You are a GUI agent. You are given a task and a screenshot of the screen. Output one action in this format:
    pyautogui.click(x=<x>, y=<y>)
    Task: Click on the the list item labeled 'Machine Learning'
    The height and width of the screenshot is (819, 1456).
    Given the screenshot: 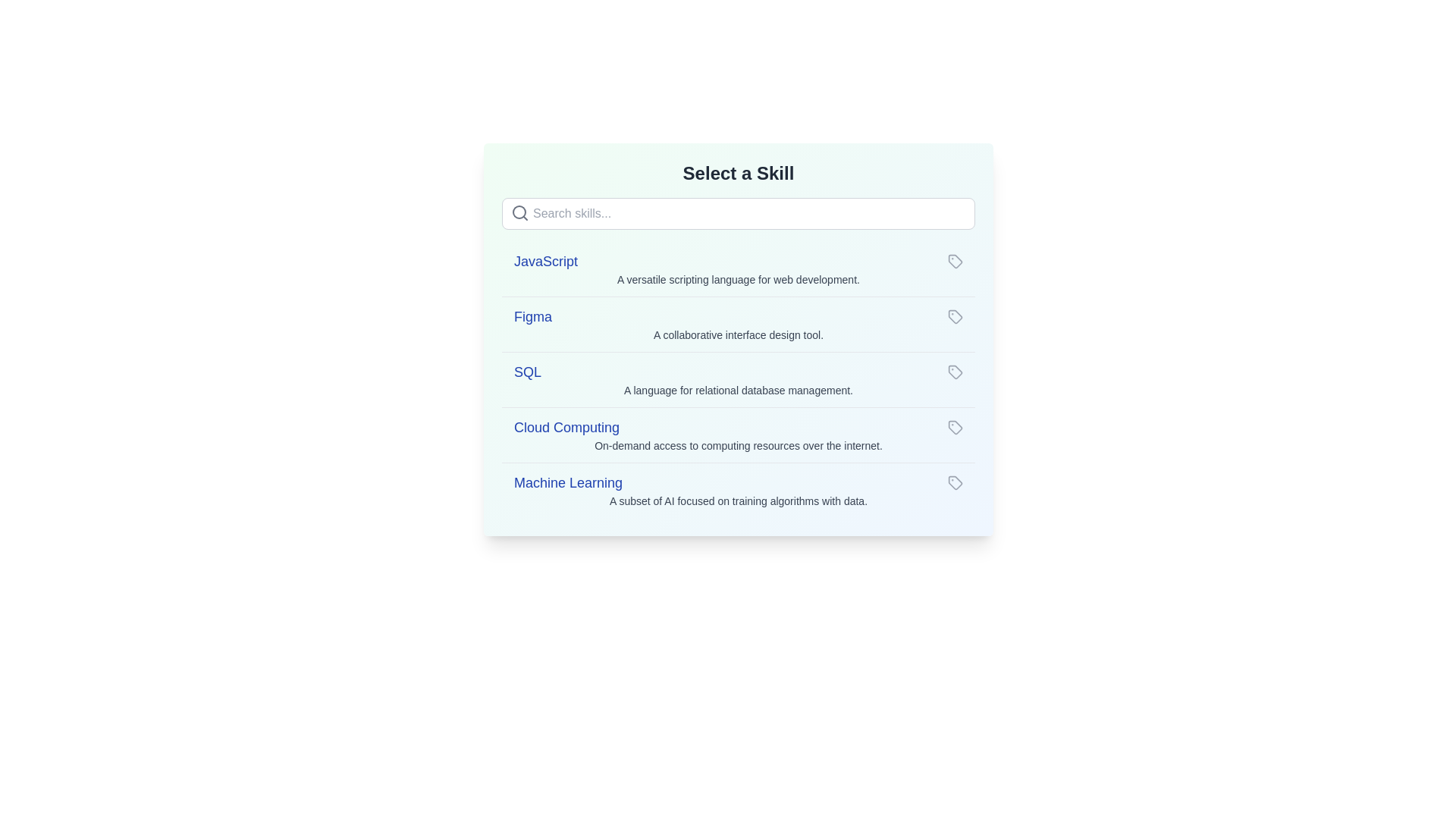 What is the action you would take?
    pyautogui.click(x=739, y=490)
    